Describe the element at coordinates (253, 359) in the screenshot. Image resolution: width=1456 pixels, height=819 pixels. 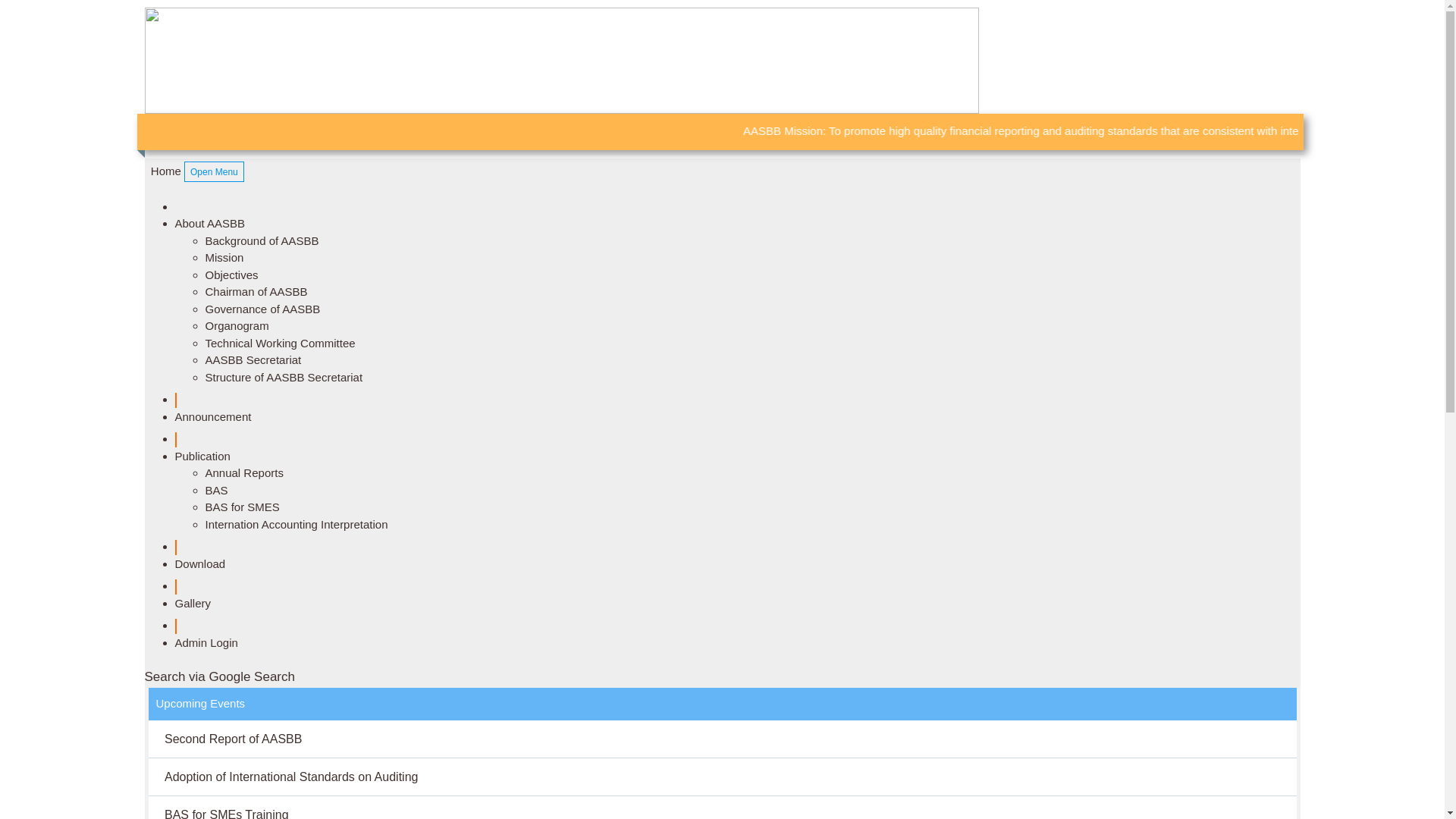
I see `'AASBB Secretariat'` at that location.